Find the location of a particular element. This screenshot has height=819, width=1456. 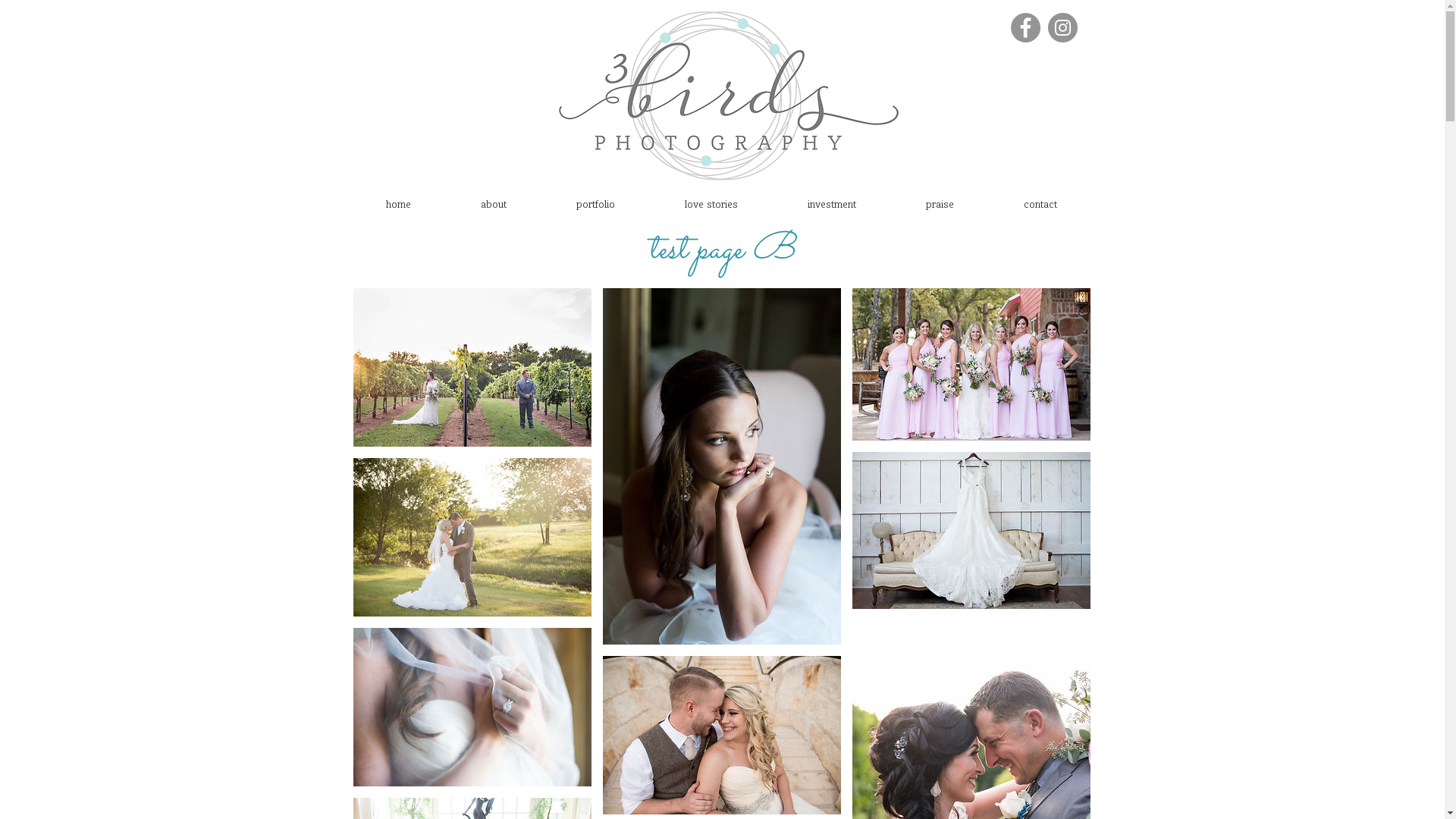

'praise' is located at coordinates (938, 205).